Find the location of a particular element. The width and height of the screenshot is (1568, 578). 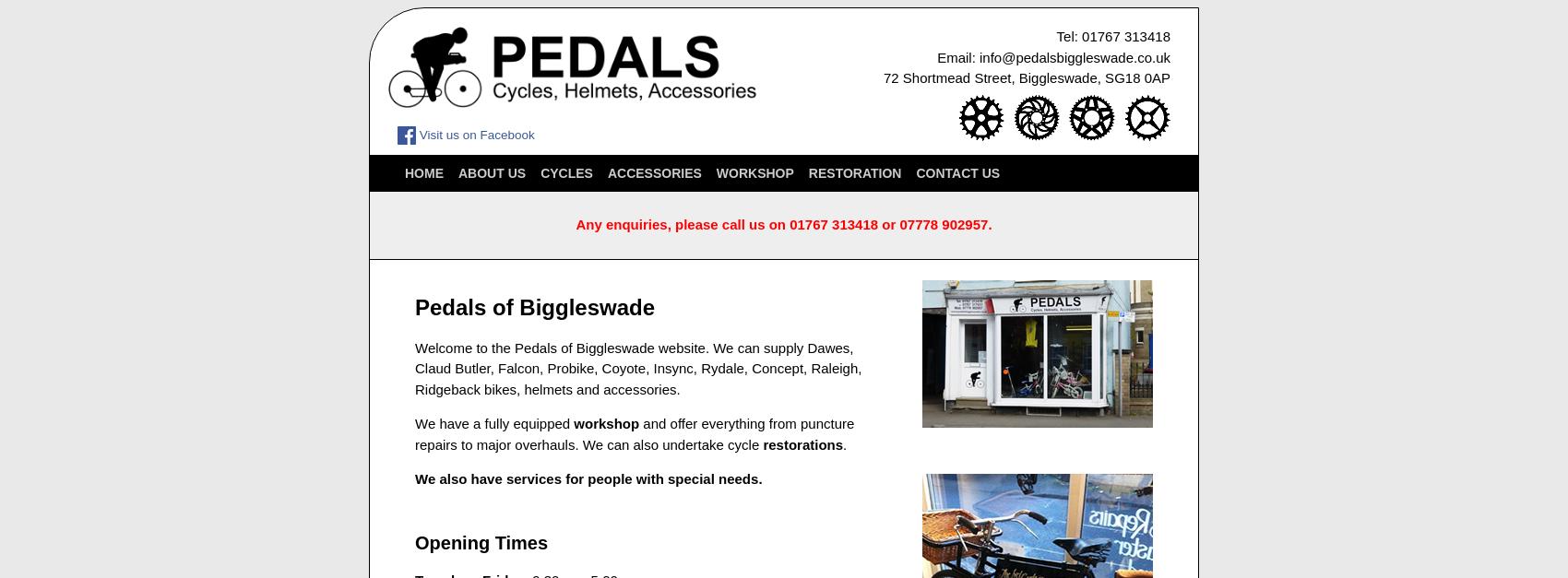

'.' is located at coordinates (844, 442).